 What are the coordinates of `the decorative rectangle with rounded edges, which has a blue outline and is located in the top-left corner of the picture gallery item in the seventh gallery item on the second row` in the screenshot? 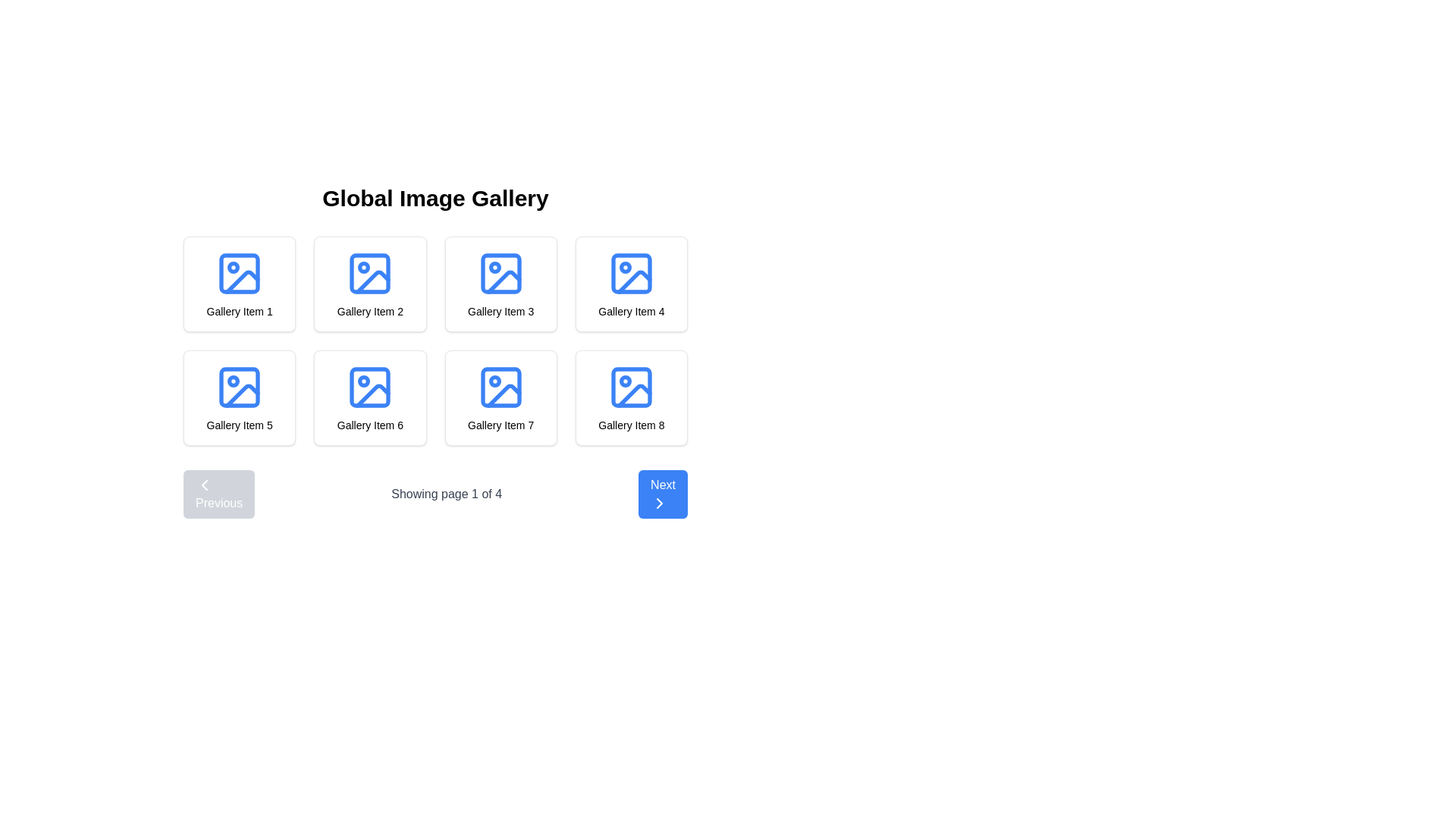 It's located at (500, 386).